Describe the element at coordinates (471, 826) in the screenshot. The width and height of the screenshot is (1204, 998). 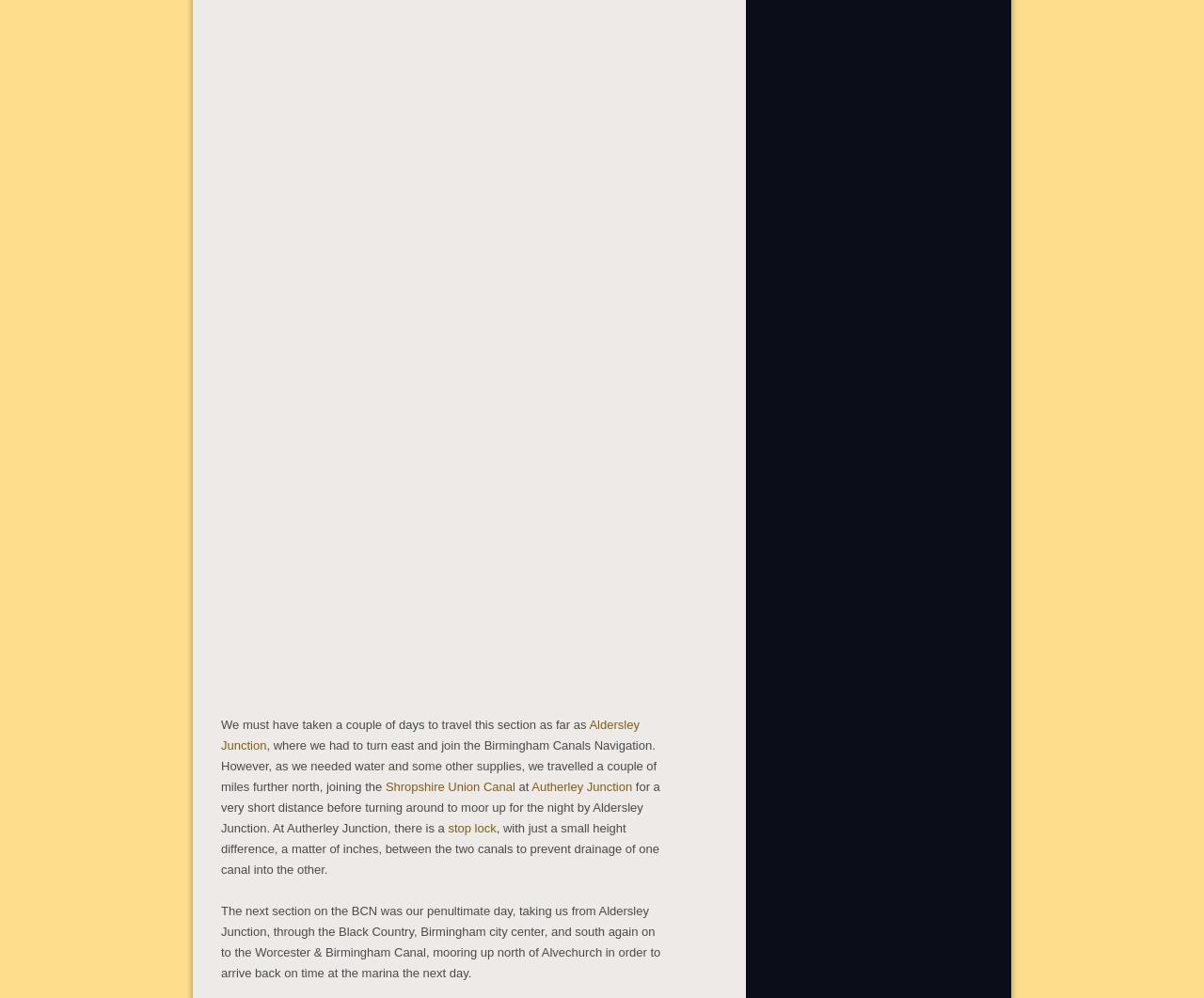
I see `'stop lock'` at that location.